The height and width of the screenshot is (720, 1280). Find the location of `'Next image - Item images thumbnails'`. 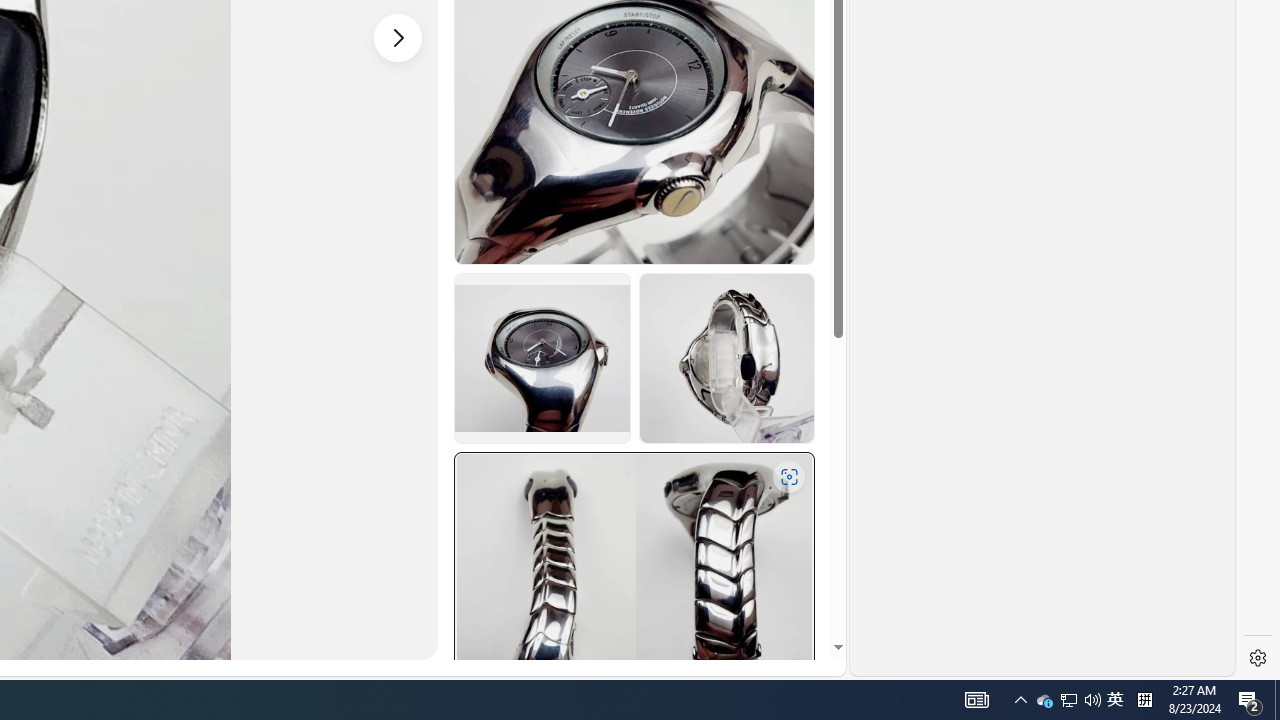

'Next image - Item images thumbnails' is located at coordinates (398, 37).